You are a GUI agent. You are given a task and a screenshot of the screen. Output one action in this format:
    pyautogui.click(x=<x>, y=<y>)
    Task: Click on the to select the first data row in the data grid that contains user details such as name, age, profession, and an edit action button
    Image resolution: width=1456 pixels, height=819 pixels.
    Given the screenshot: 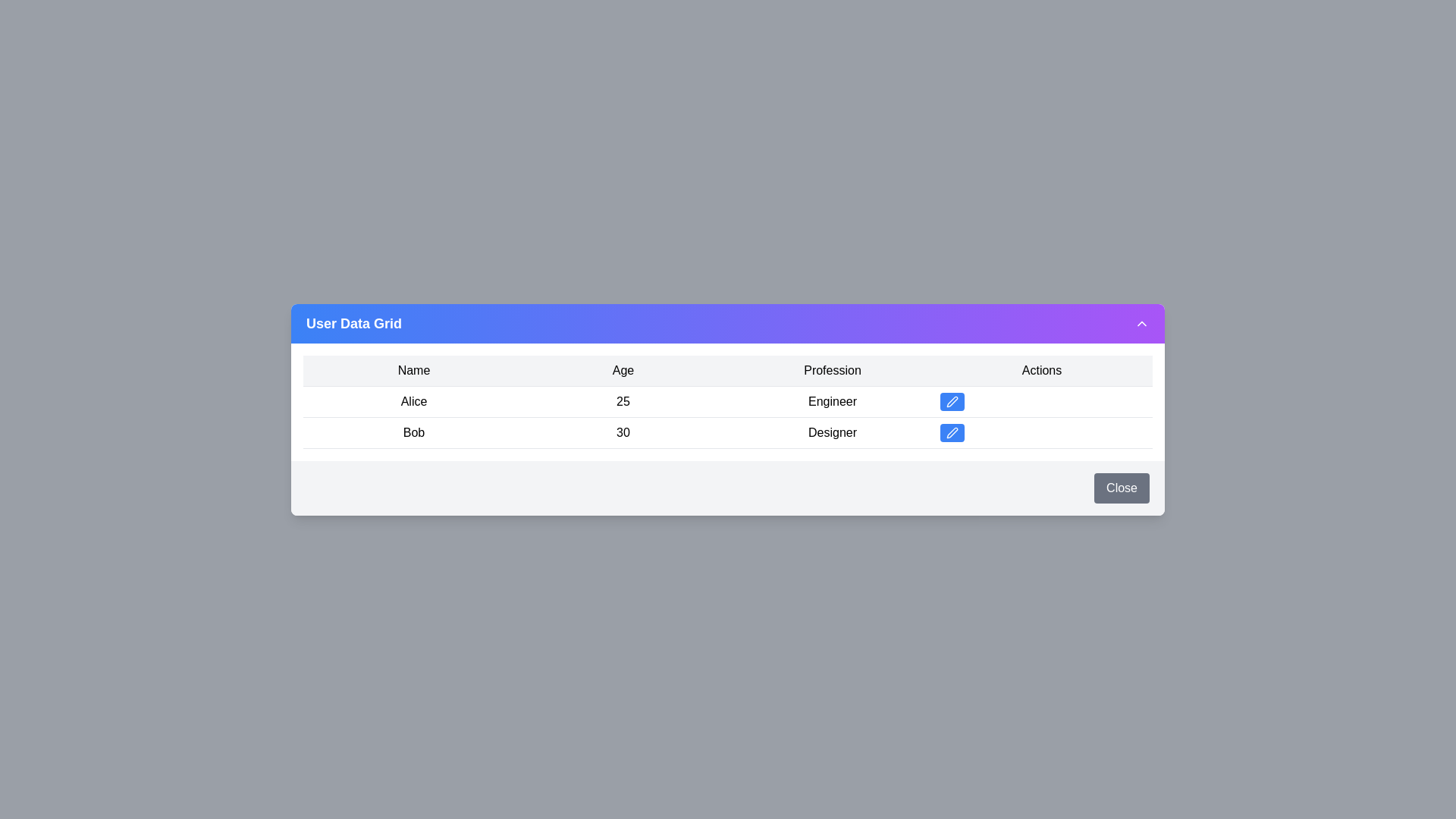 What is the action you would take?
    pyautogui.click(x=728, y=400)
    